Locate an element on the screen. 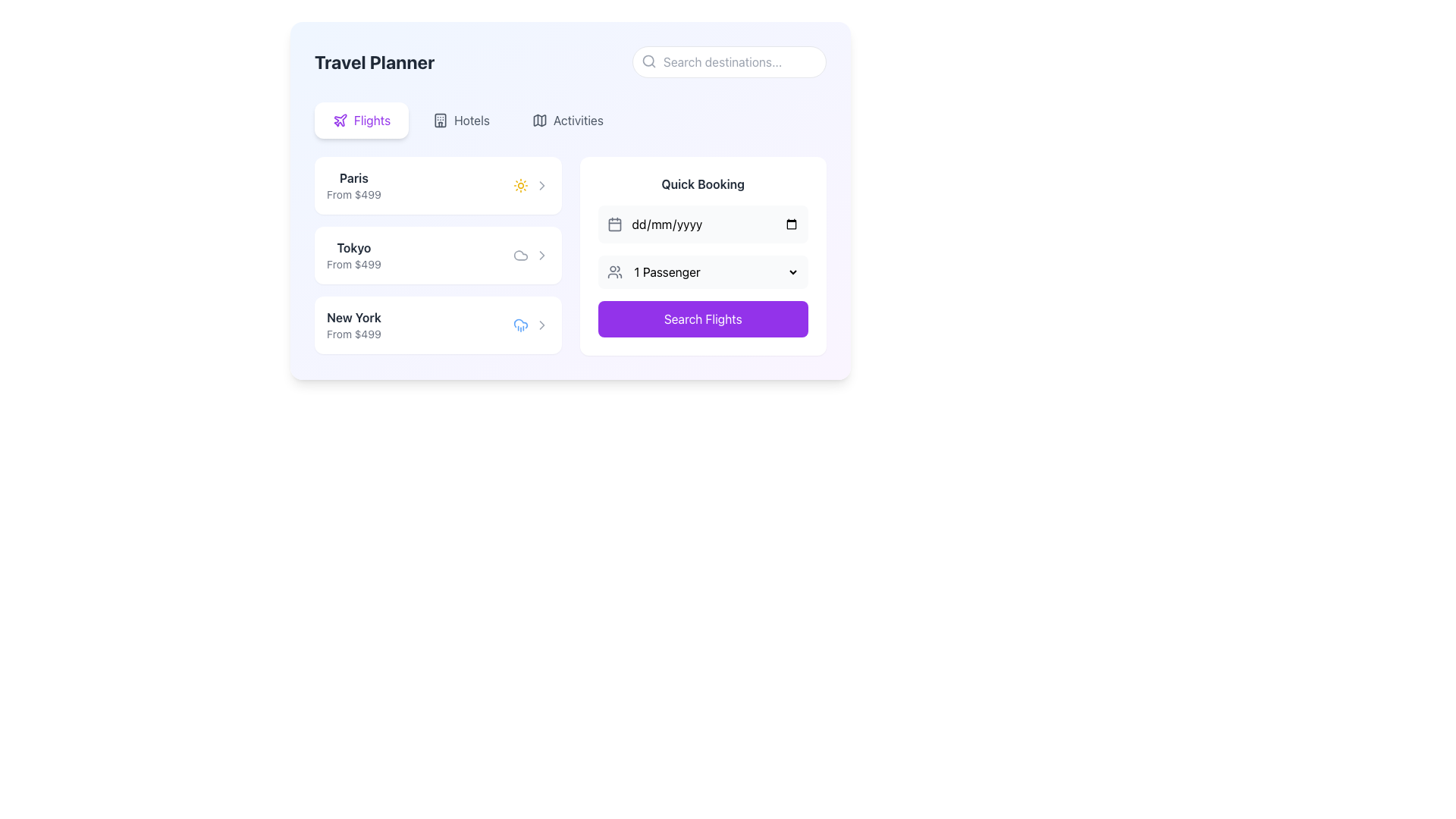 This screenshot has width=1456, height=819. the Dropdown menu labeled '1 Passenger' located in the 'Quick Booking' section to interact with its contents is located at coordinates (702, 271).